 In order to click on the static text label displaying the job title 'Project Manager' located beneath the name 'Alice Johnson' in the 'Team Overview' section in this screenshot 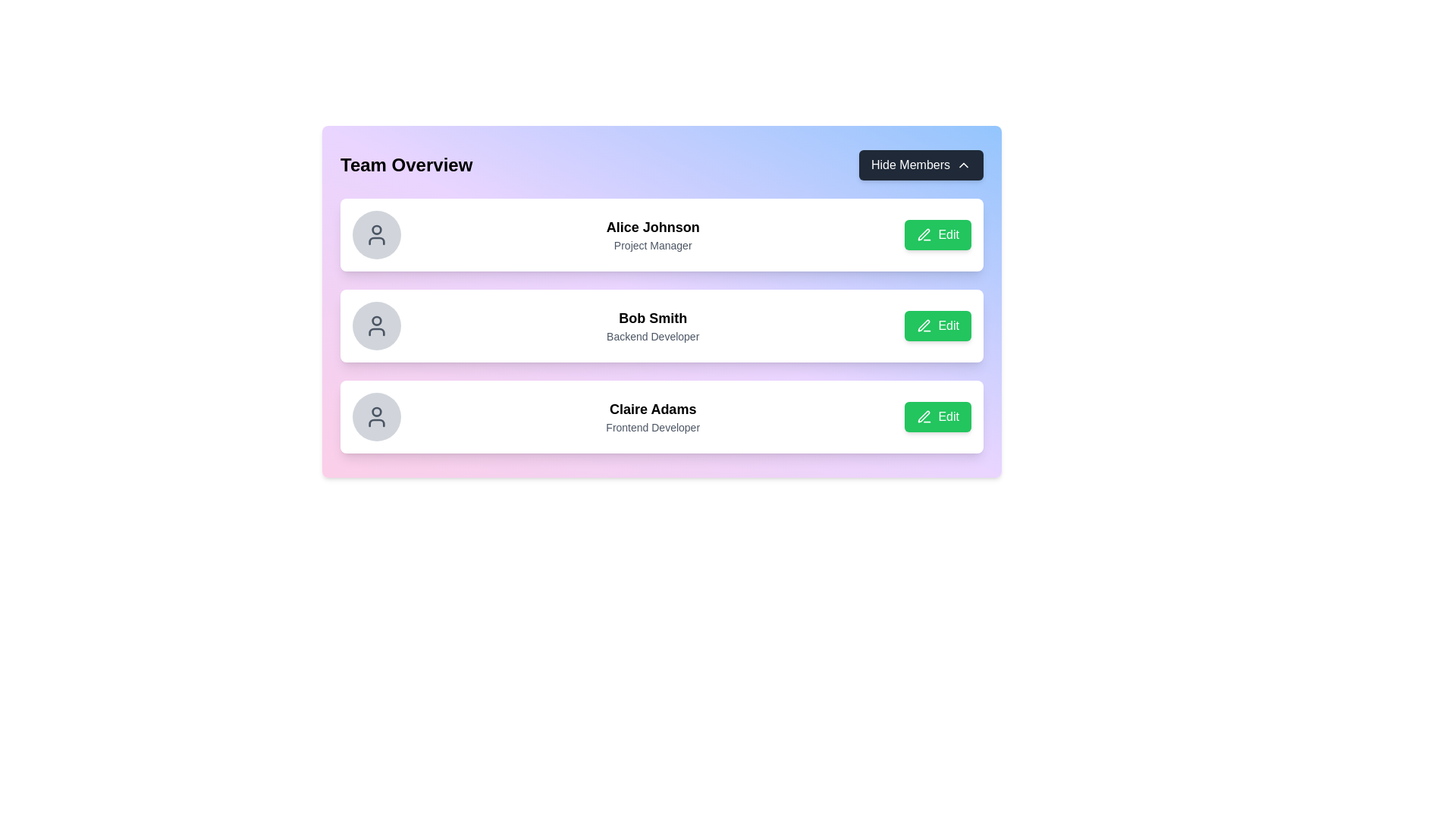, I will do `click(653, 245)`.